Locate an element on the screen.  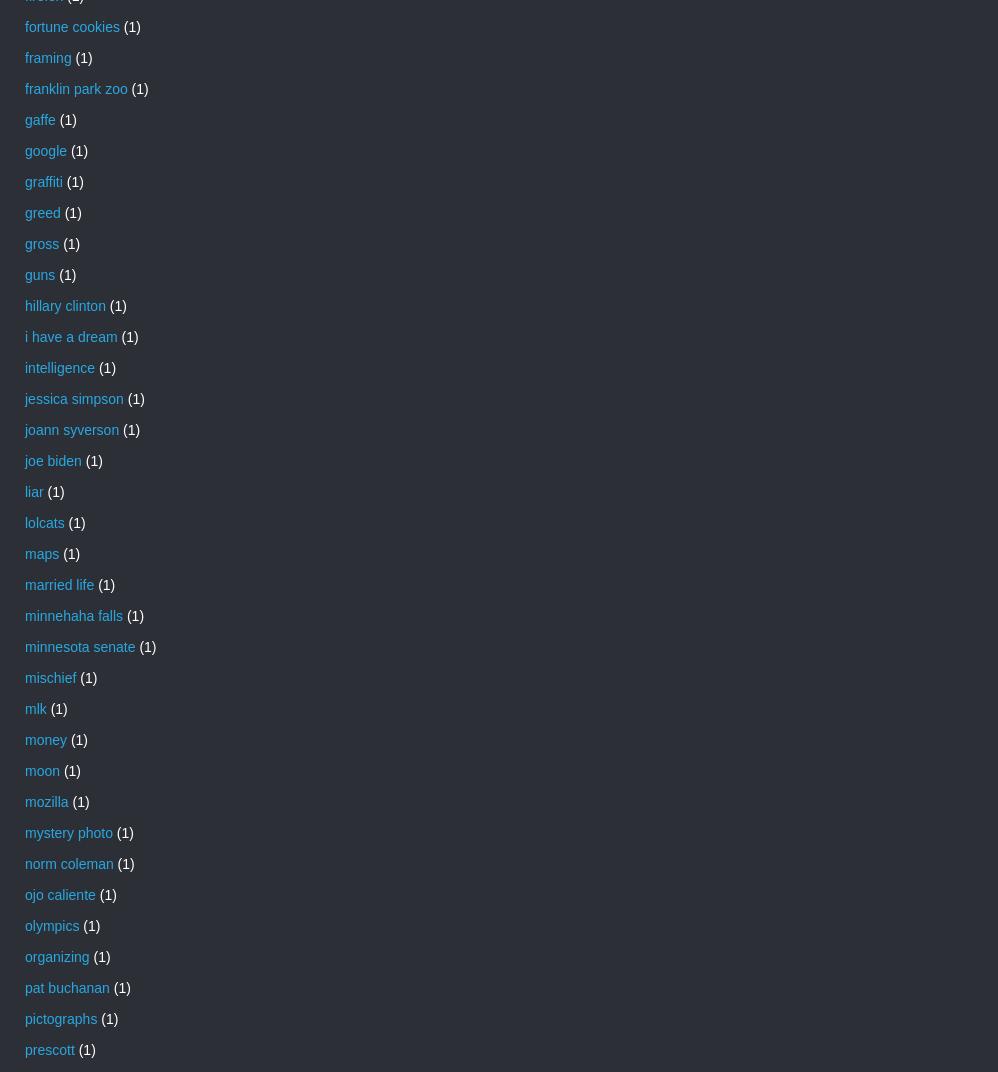
'pat buchanan' is located at coordinates (65, 985).